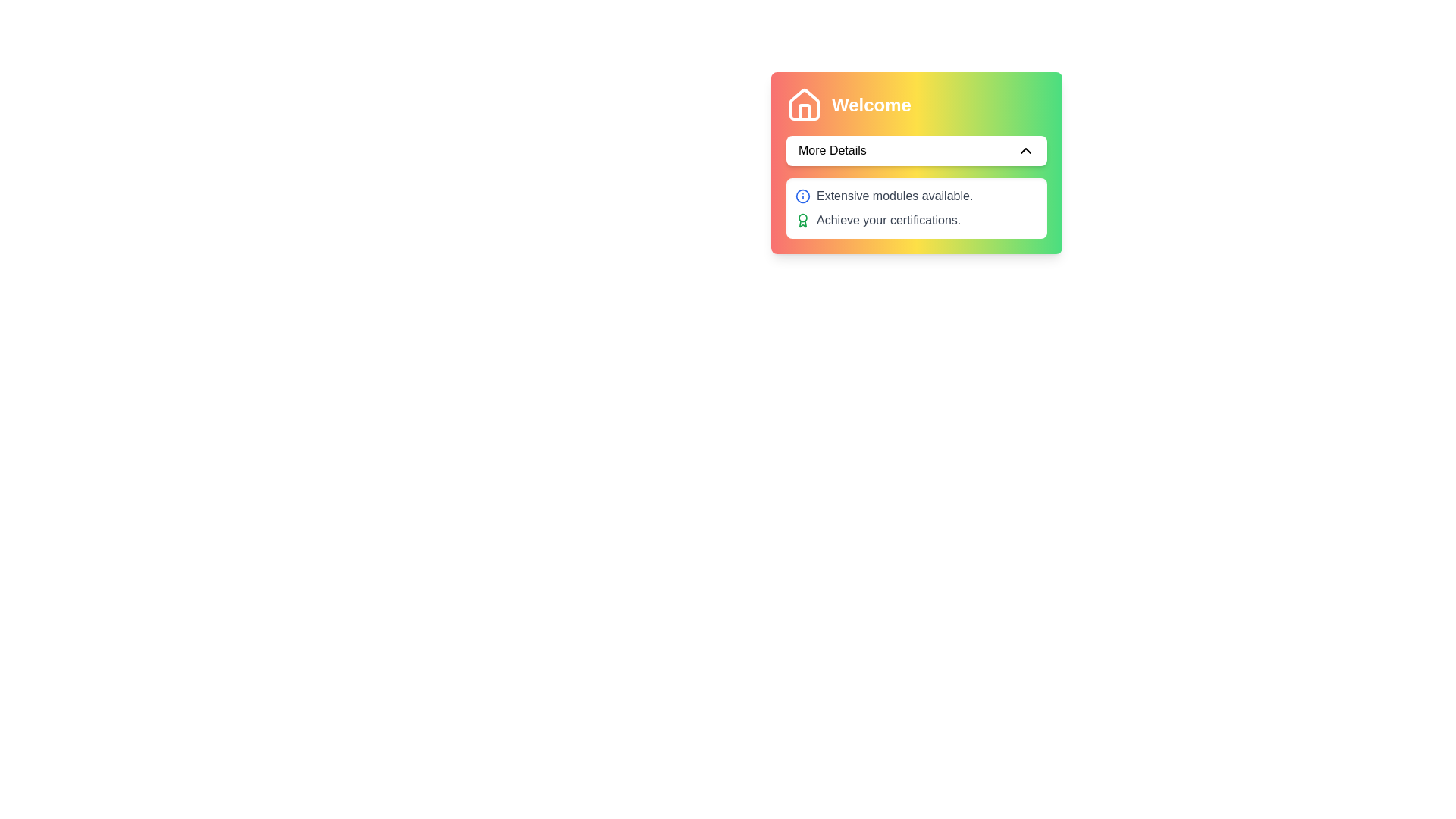 The width and height of the screenshot is (1456, 819). I want to click on the informational text block containing the messages 'Extensive modules available.' and 'Achieve your certifications.' with blue and green icons, located below the text input field in the card labeled 'Welcome', so click(916, 208).